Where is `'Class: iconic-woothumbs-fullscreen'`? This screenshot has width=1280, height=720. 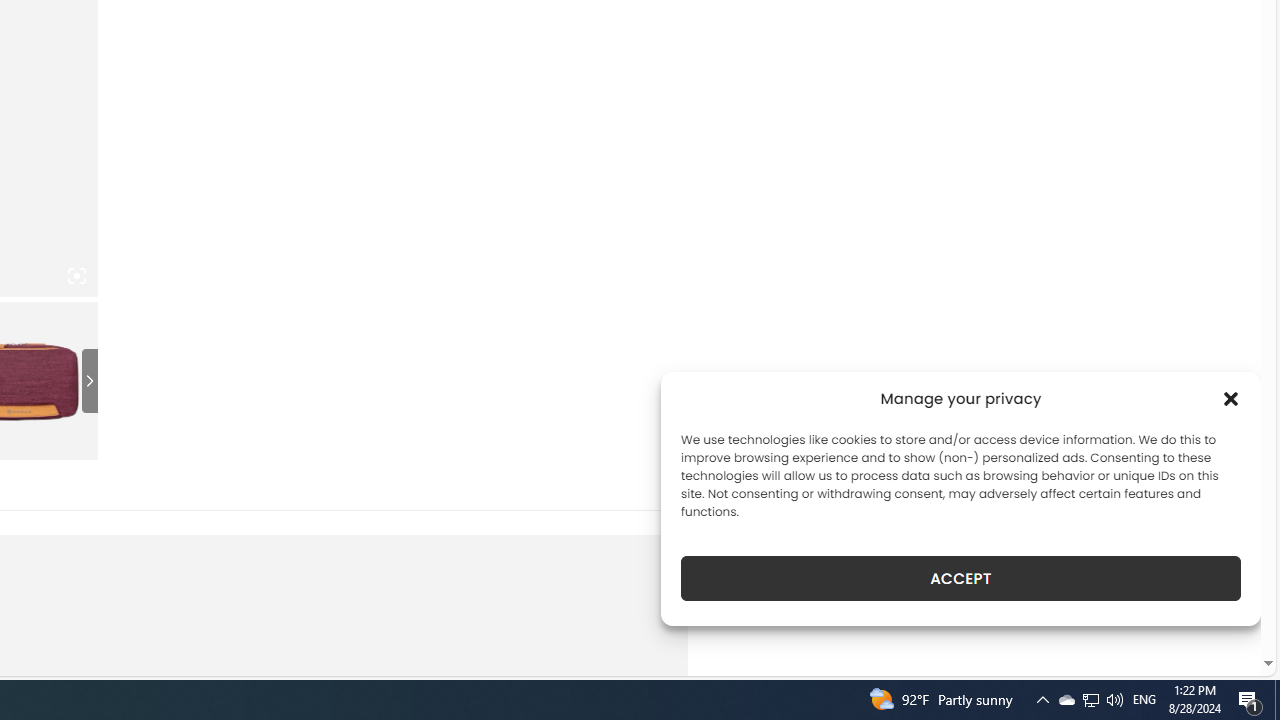
'Class: iconic-woothumbs-fullscreen' is located at coordinates (76, 276).